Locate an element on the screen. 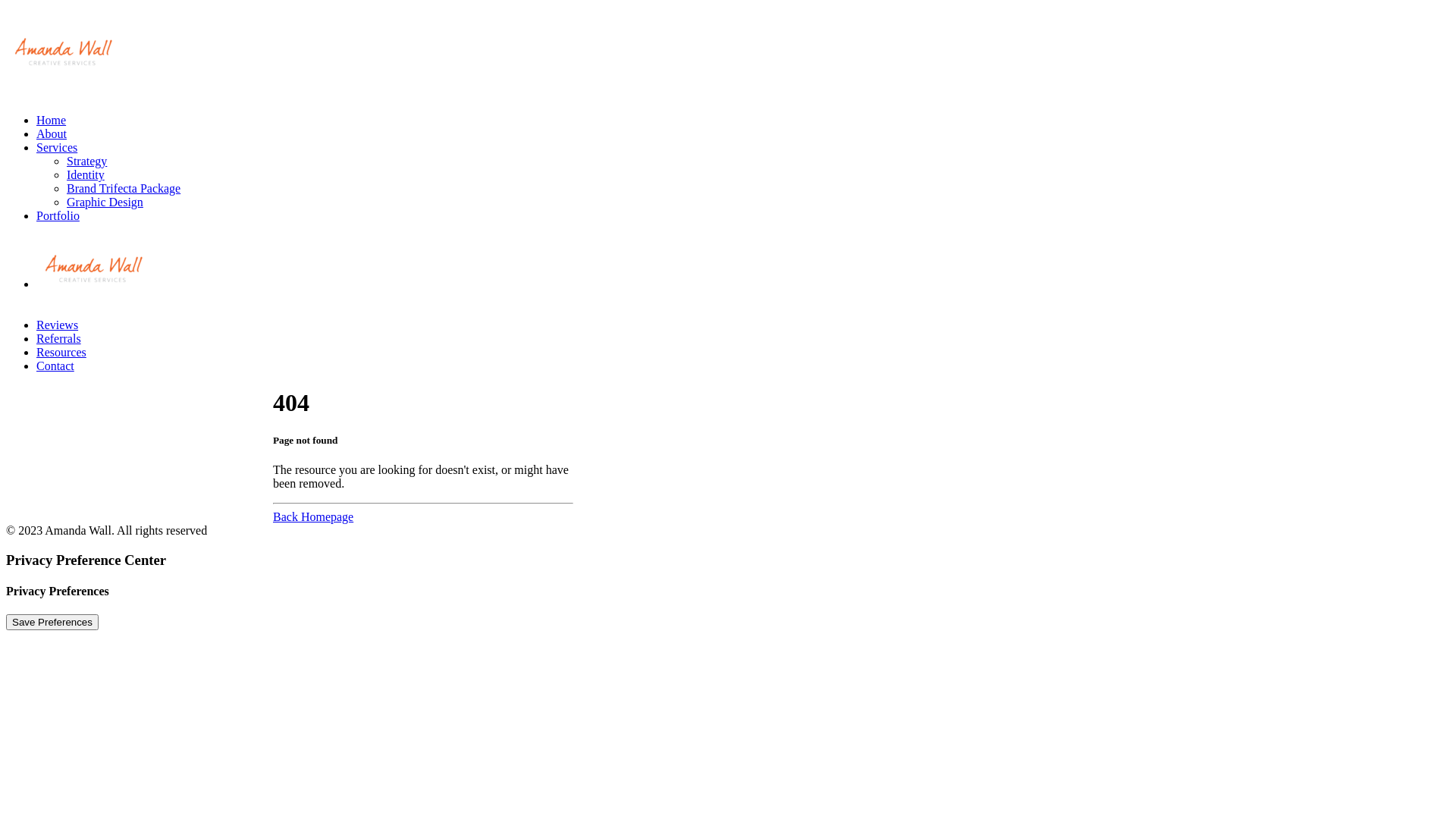 This screenshot has height=819, width=1456. 'Reviews' is located at coordinates (57, 324).